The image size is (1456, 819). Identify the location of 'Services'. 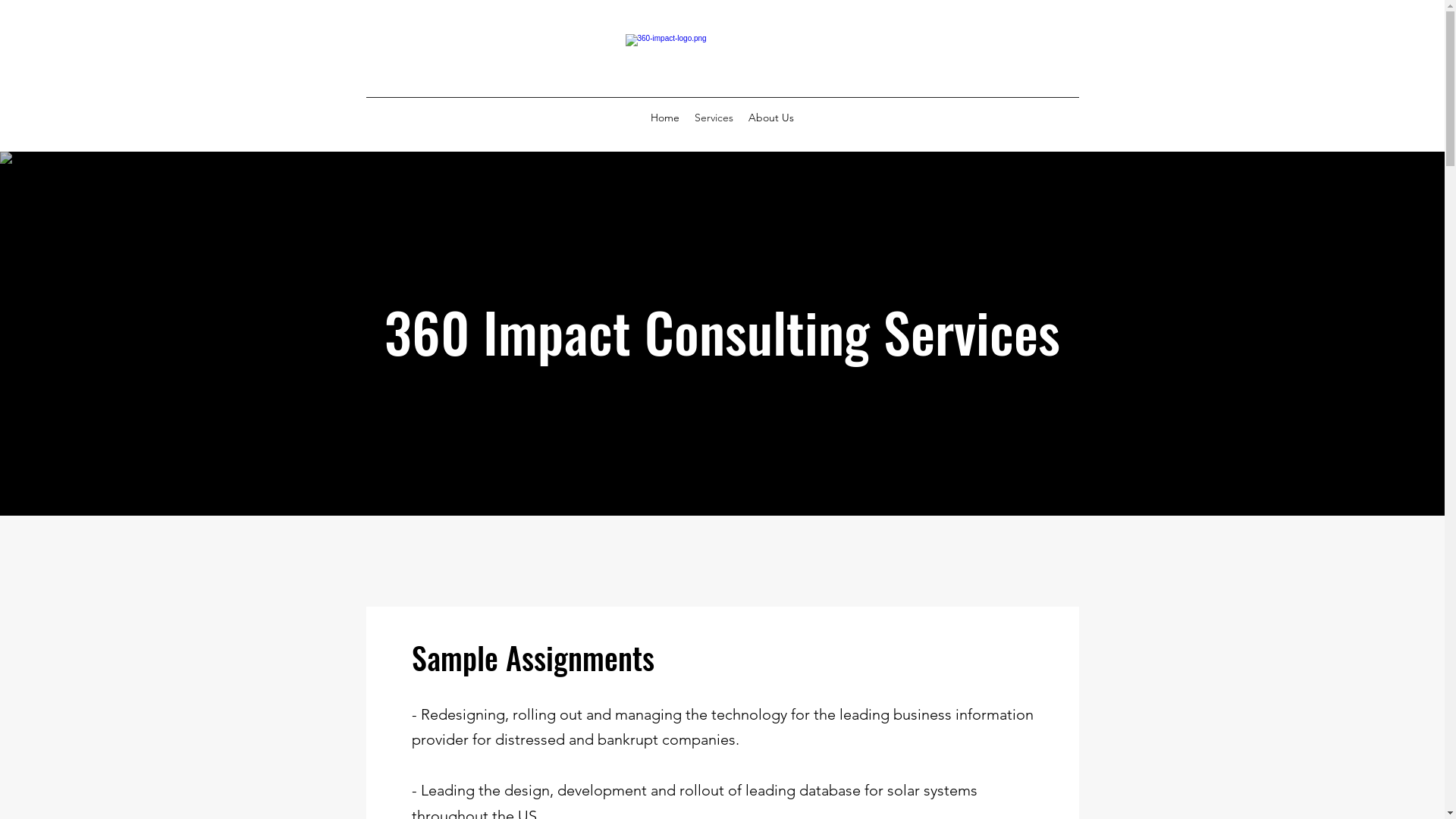
(713, 116).